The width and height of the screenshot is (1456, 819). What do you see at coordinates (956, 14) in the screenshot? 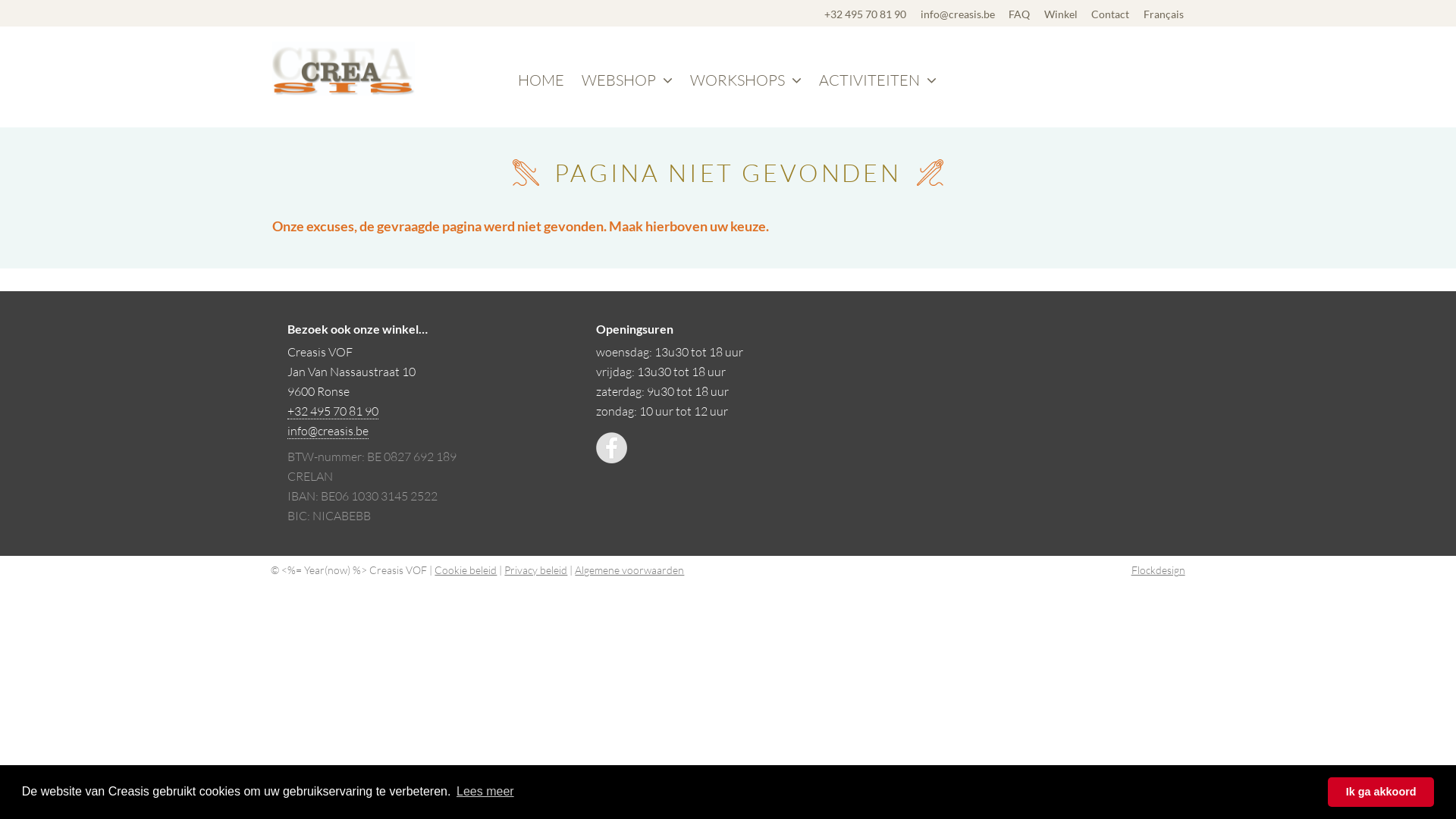
I see `'info@creasis.be'` at bounding box center [956, 14].